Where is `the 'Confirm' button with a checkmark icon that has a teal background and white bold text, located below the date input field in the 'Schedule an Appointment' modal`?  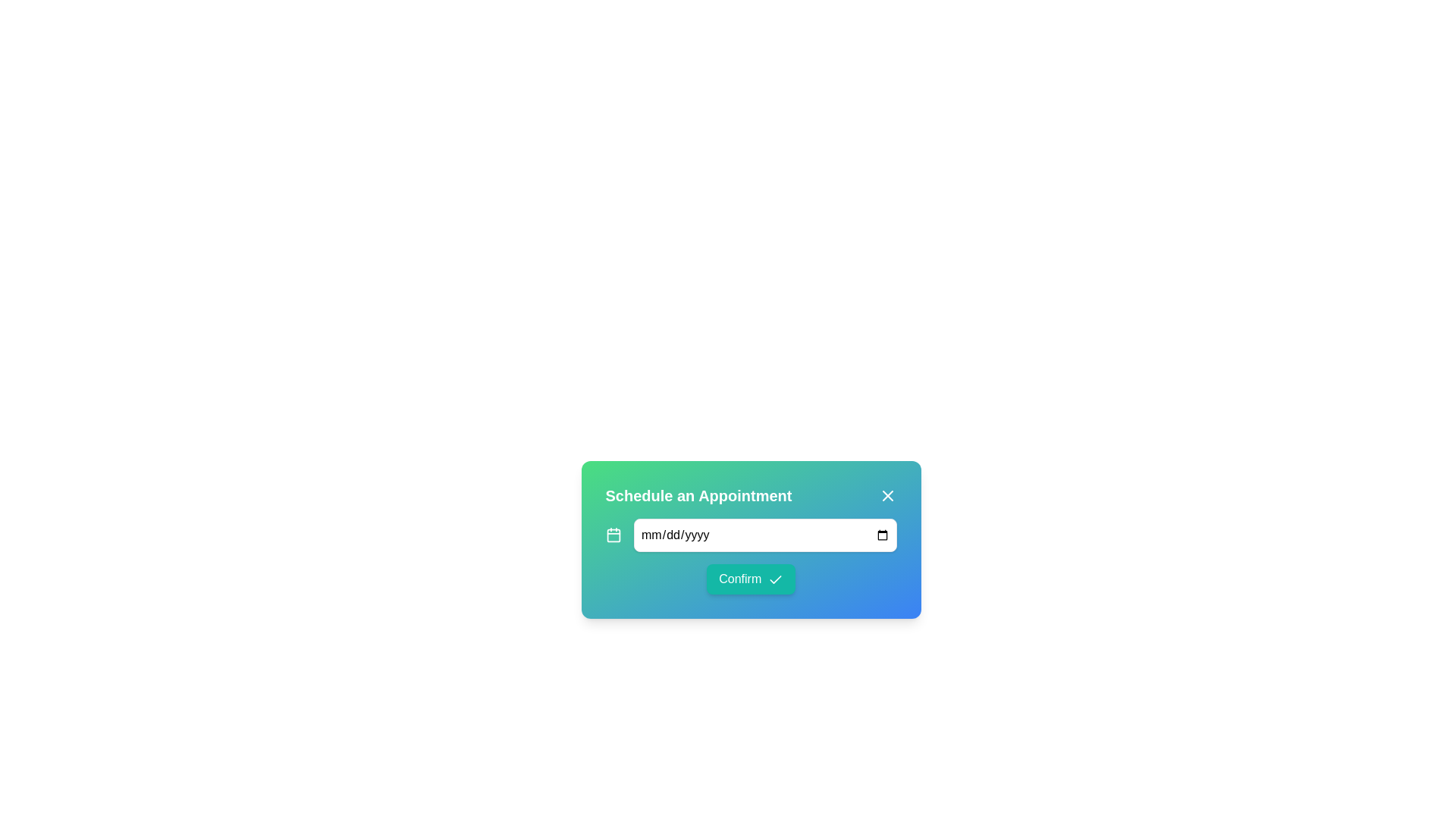
the 'Confirm' button with a checkmark icon that has a teal background and white bold text, located below the date input field in the 'Schedule an Appointment' modal is located at coordinates (751, 556).